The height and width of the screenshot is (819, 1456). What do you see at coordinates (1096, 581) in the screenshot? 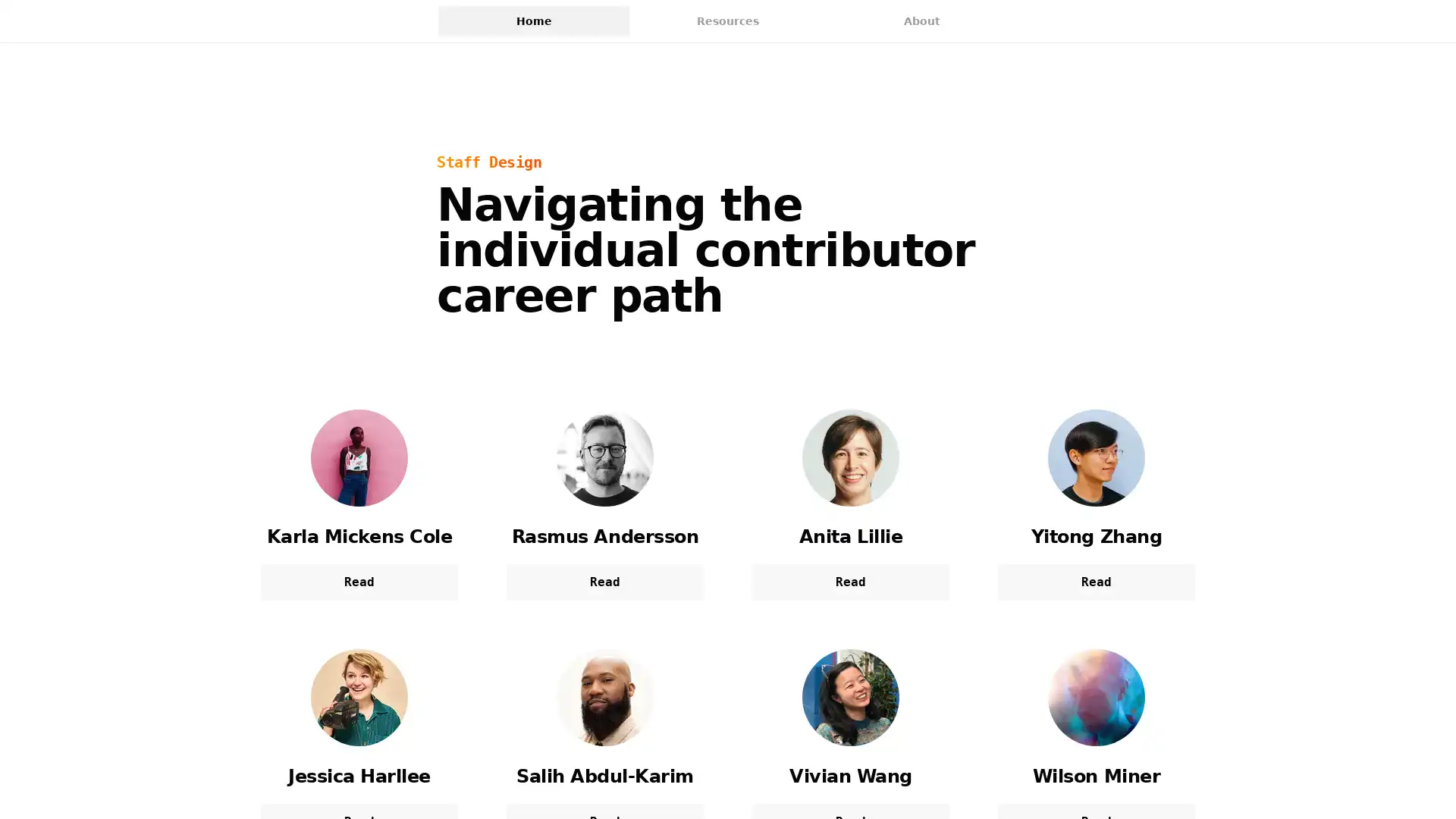
I see `Read` at bounding box center [1096, 581].